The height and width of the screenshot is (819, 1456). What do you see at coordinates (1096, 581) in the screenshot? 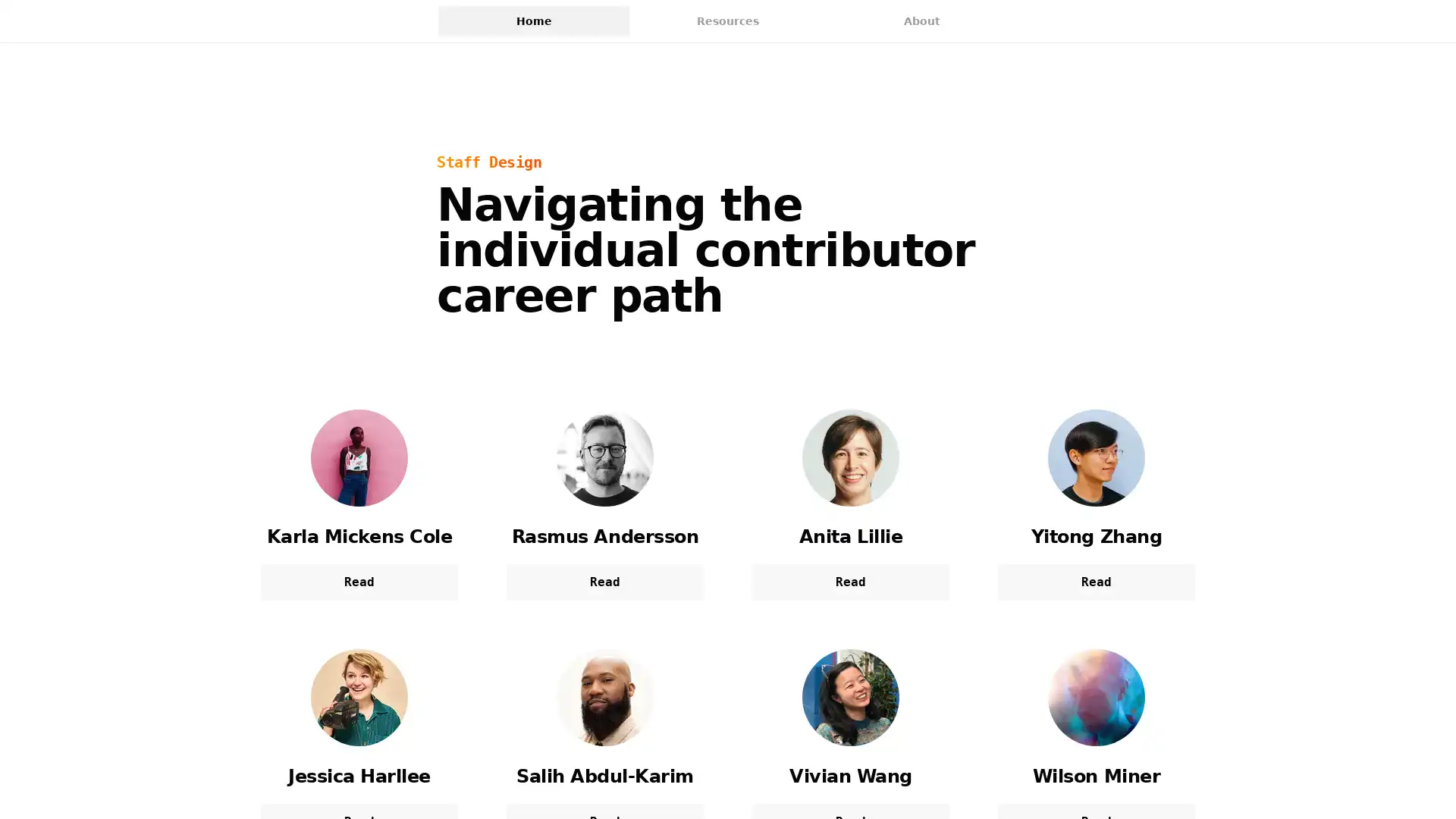
I see `Read` at bounding box center [1096, 581].